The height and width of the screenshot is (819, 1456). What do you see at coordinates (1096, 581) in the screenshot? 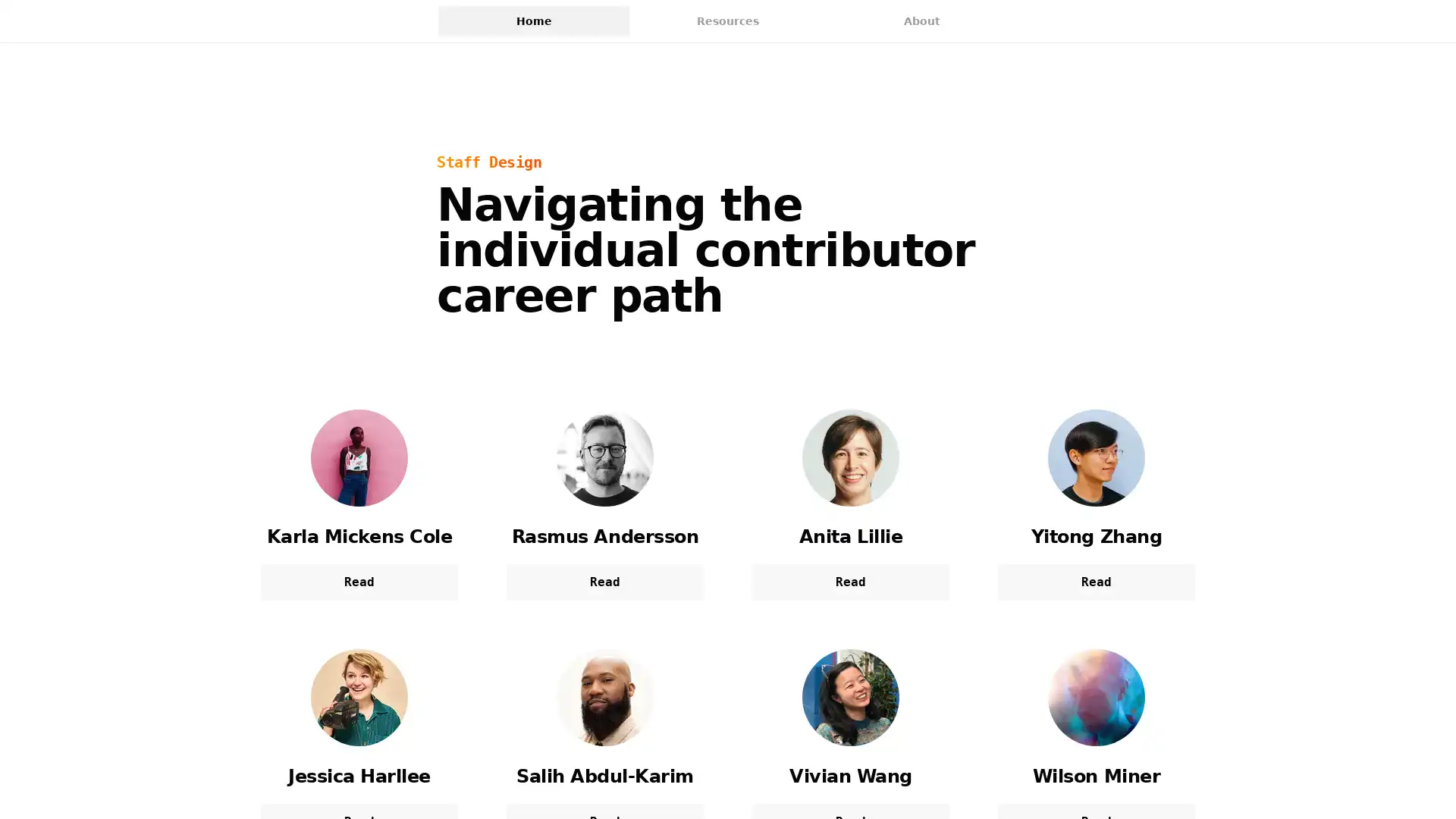
I see `Read` at bounding box center [1096, 581].